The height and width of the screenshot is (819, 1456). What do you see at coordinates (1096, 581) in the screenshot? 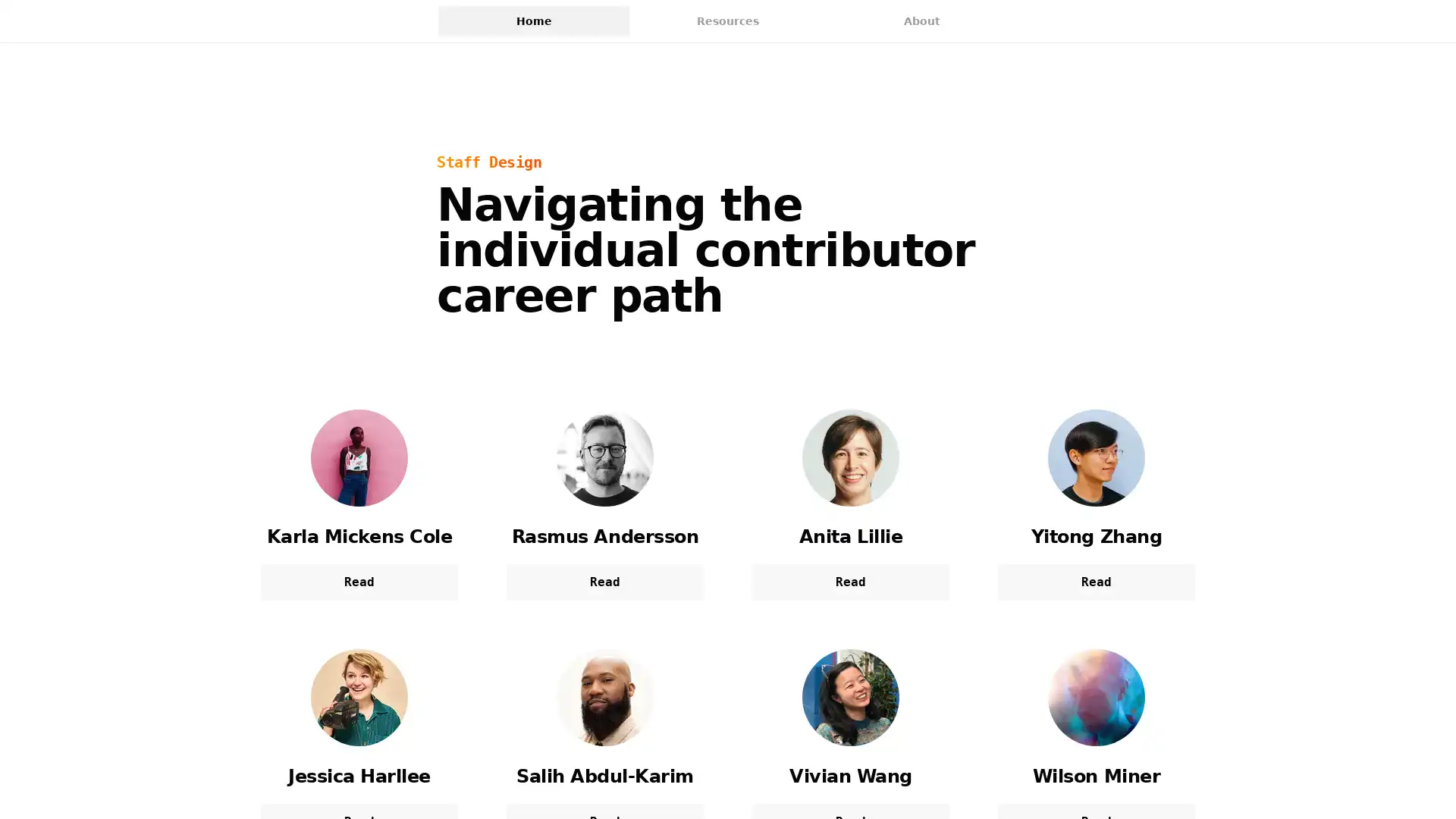
I see `Read` at bounding box center [1096, 581].